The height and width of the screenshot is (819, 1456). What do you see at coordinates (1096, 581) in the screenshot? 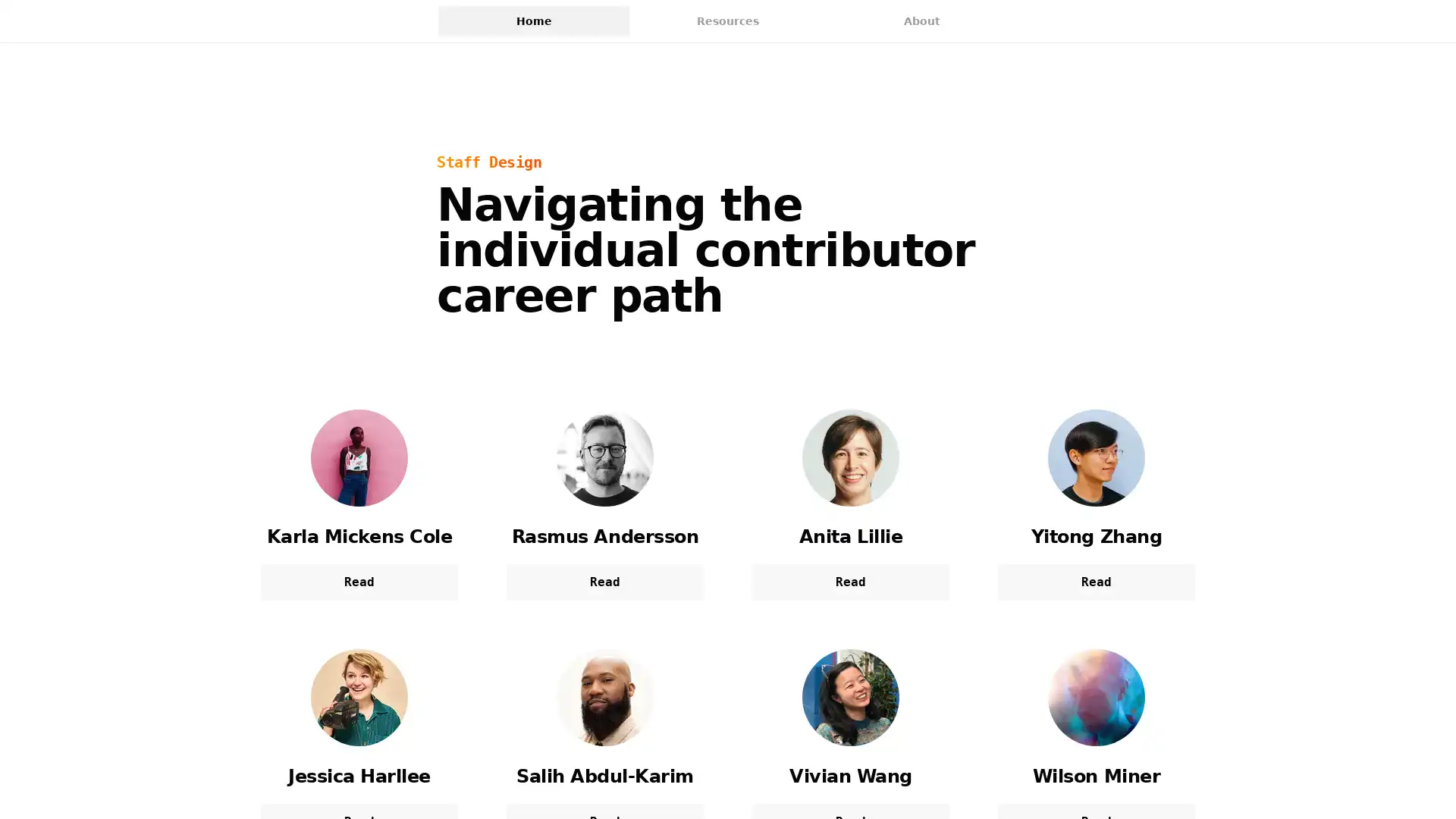
I see `Read` at bounding box center [1096, 581].